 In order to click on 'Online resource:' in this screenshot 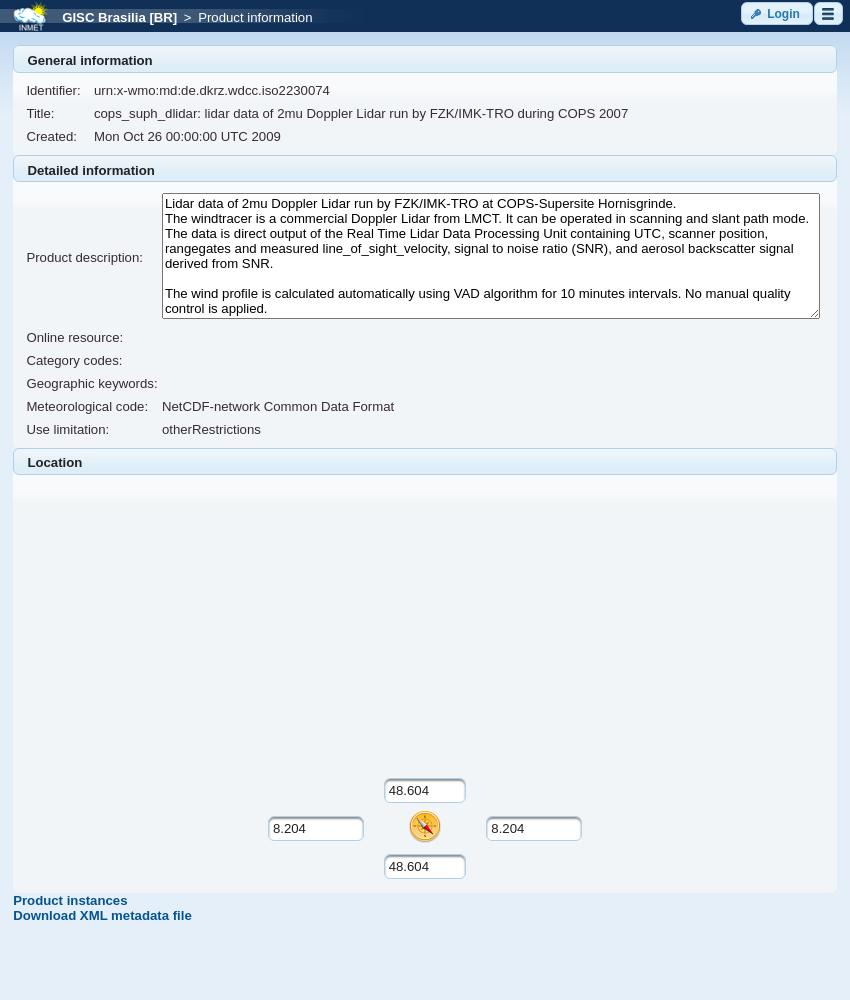, I will do `click(74, 336)`.